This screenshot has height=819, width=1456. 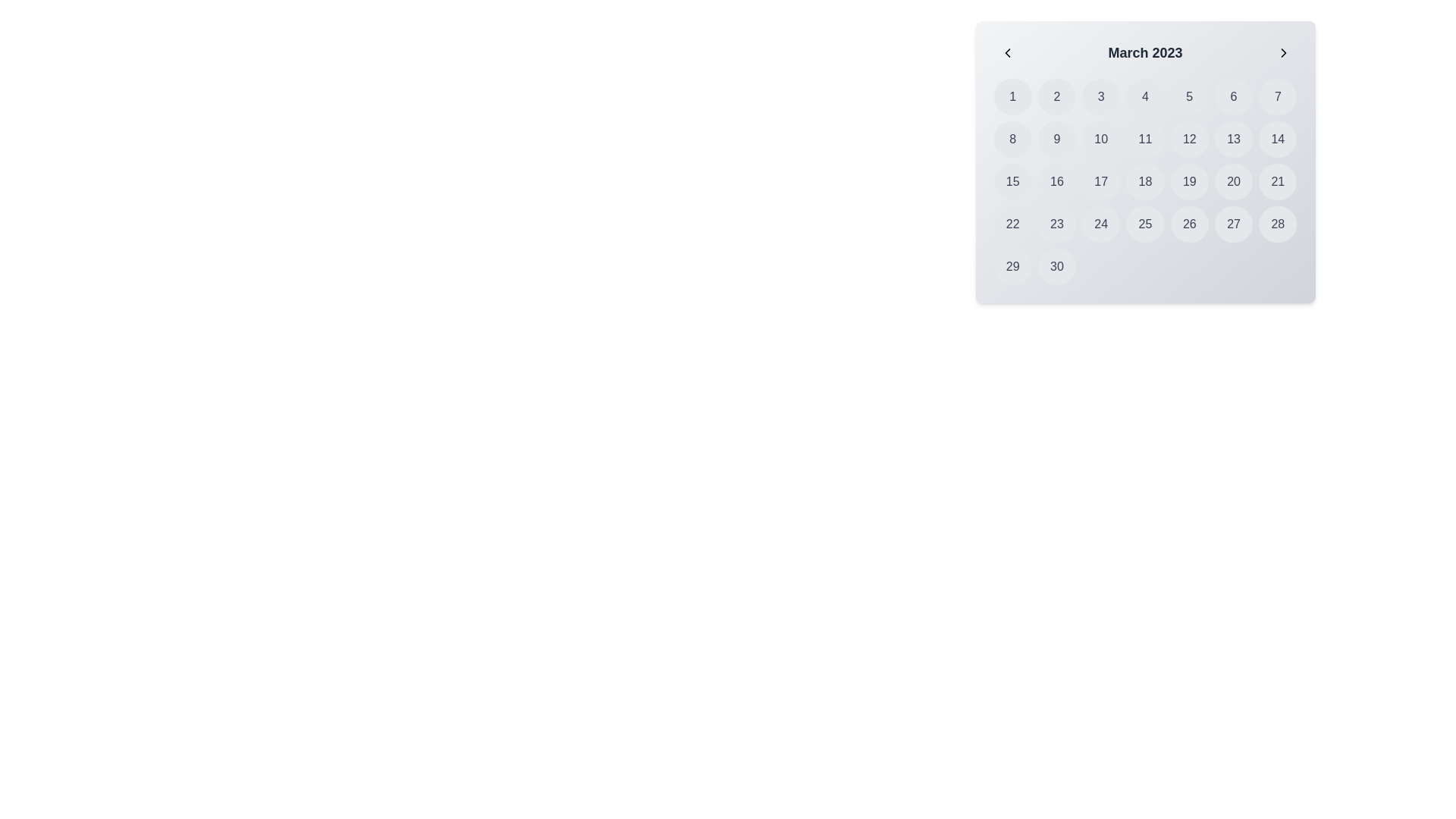 What do you see at coordinates (1145, 224) in the screenshot?
I see `the button representing the 25th day of March 2023 on the calendar` at bounding box center [1145, 224].